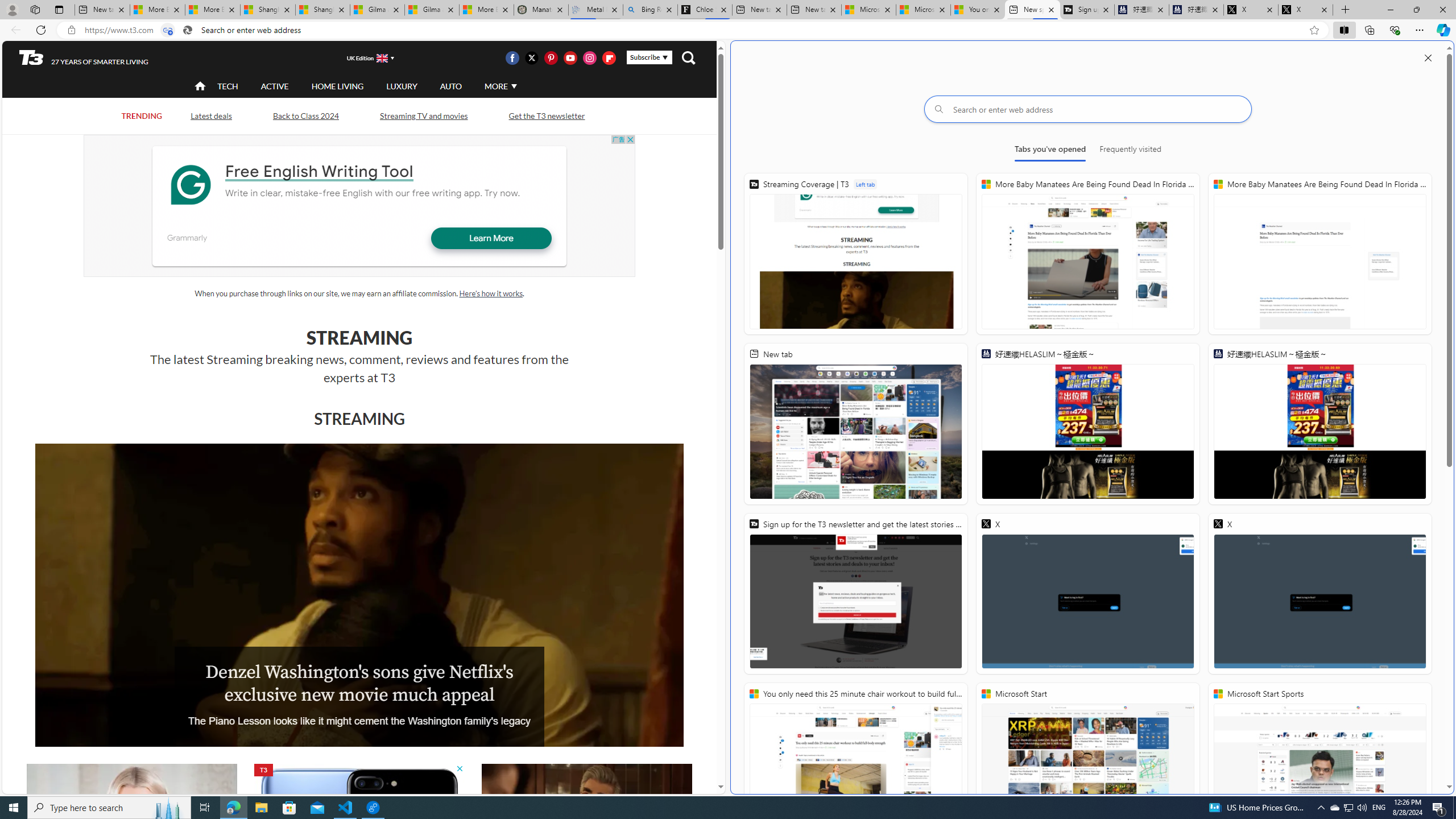 The image size is (1456, 819). Describe the element at coordinates (499, 85) in the screenshot. I see `'MORE '` at that location.